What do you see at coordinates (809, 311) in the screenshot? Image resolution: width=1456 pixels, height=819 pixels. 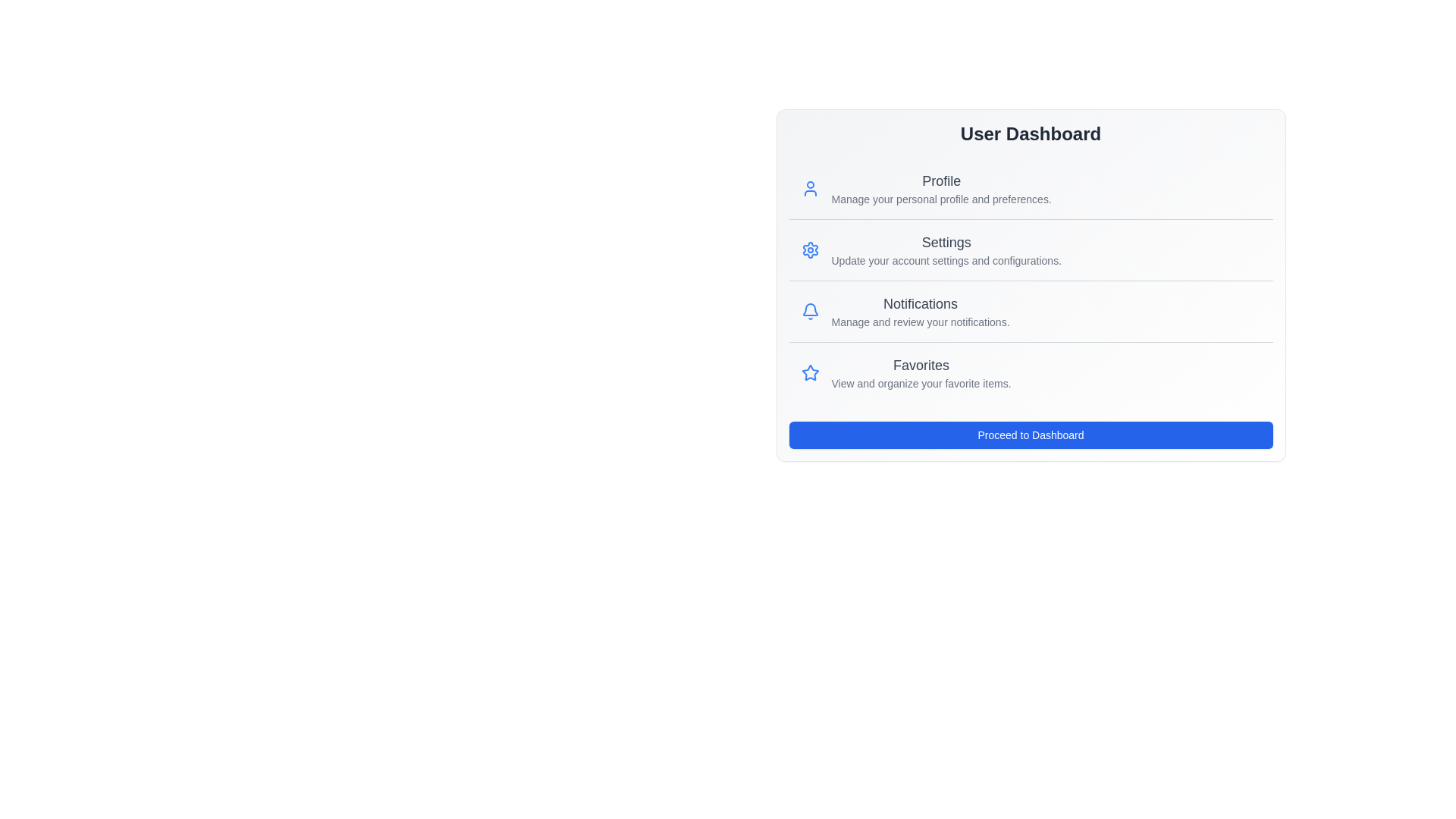 I see `the bell-shaped icon with a blue outline located to the left of the 'Notifications' text` at bounding box center [809, 311].